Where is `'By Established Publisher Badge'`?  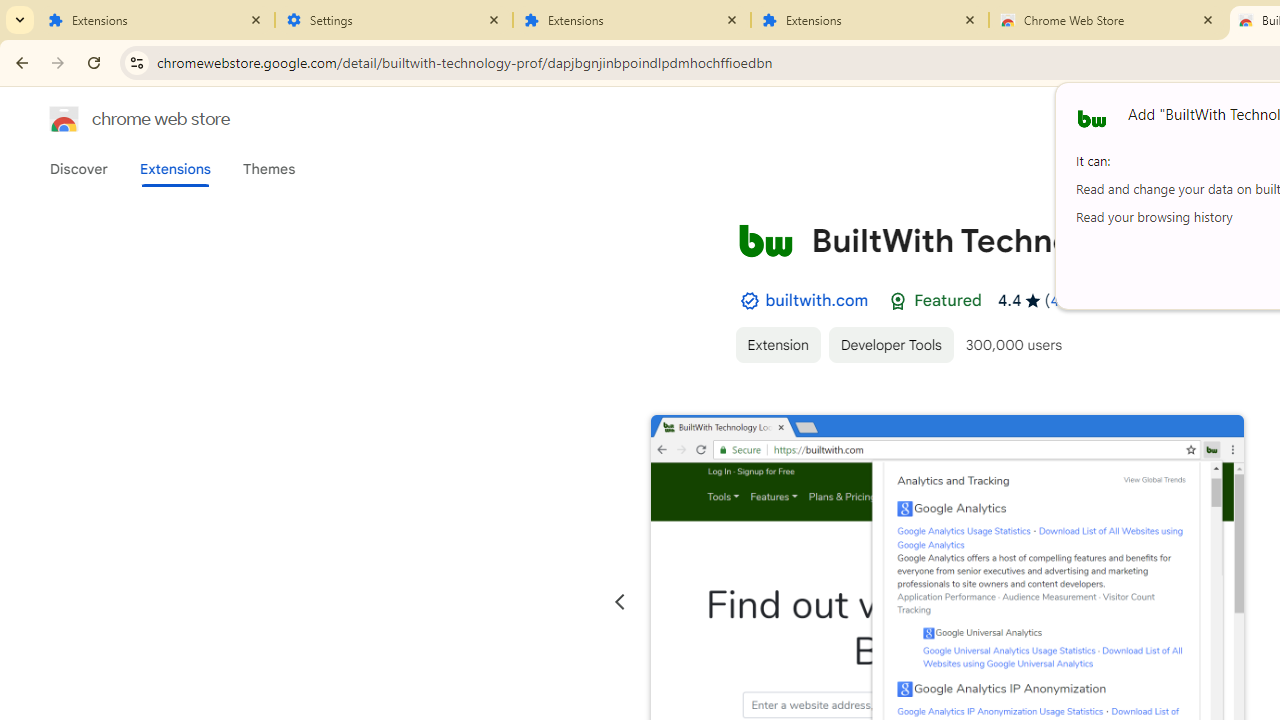 'By Established Publisher Badge' is located at coordinates (748, 301).